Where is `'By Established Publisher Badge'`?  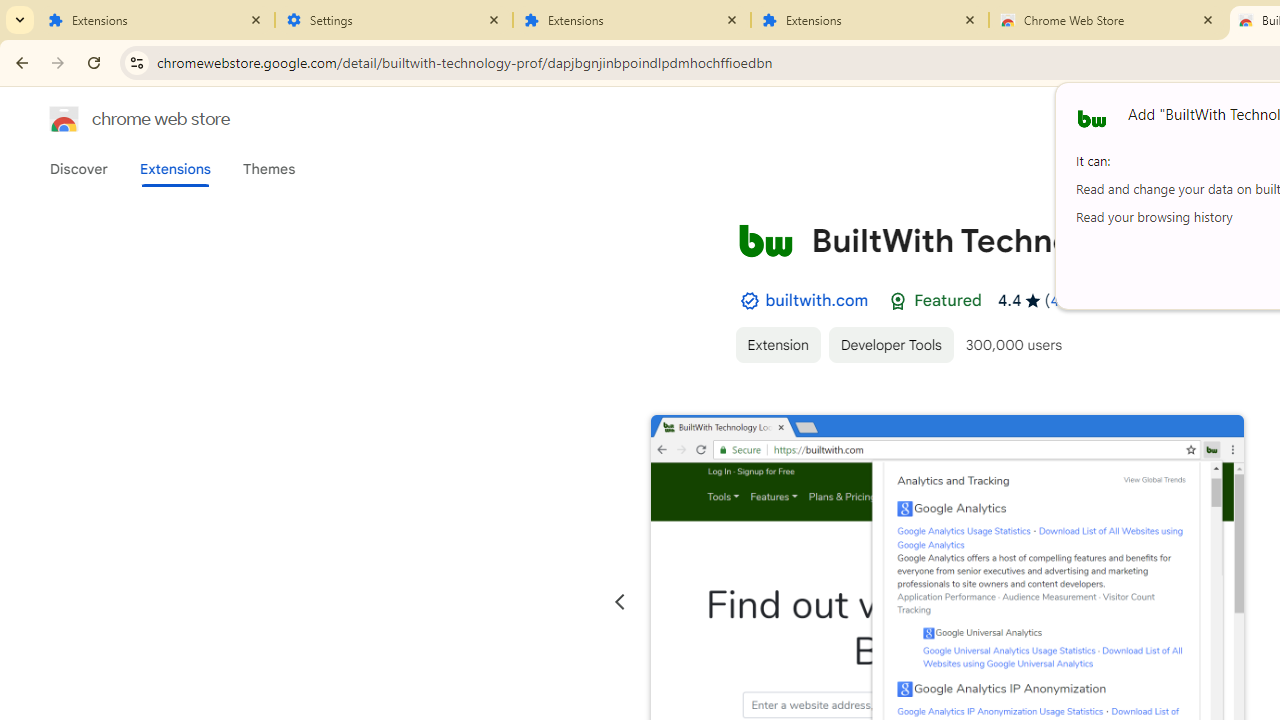 'By Established Publisher Badge' is located at coordinates (748, 301).